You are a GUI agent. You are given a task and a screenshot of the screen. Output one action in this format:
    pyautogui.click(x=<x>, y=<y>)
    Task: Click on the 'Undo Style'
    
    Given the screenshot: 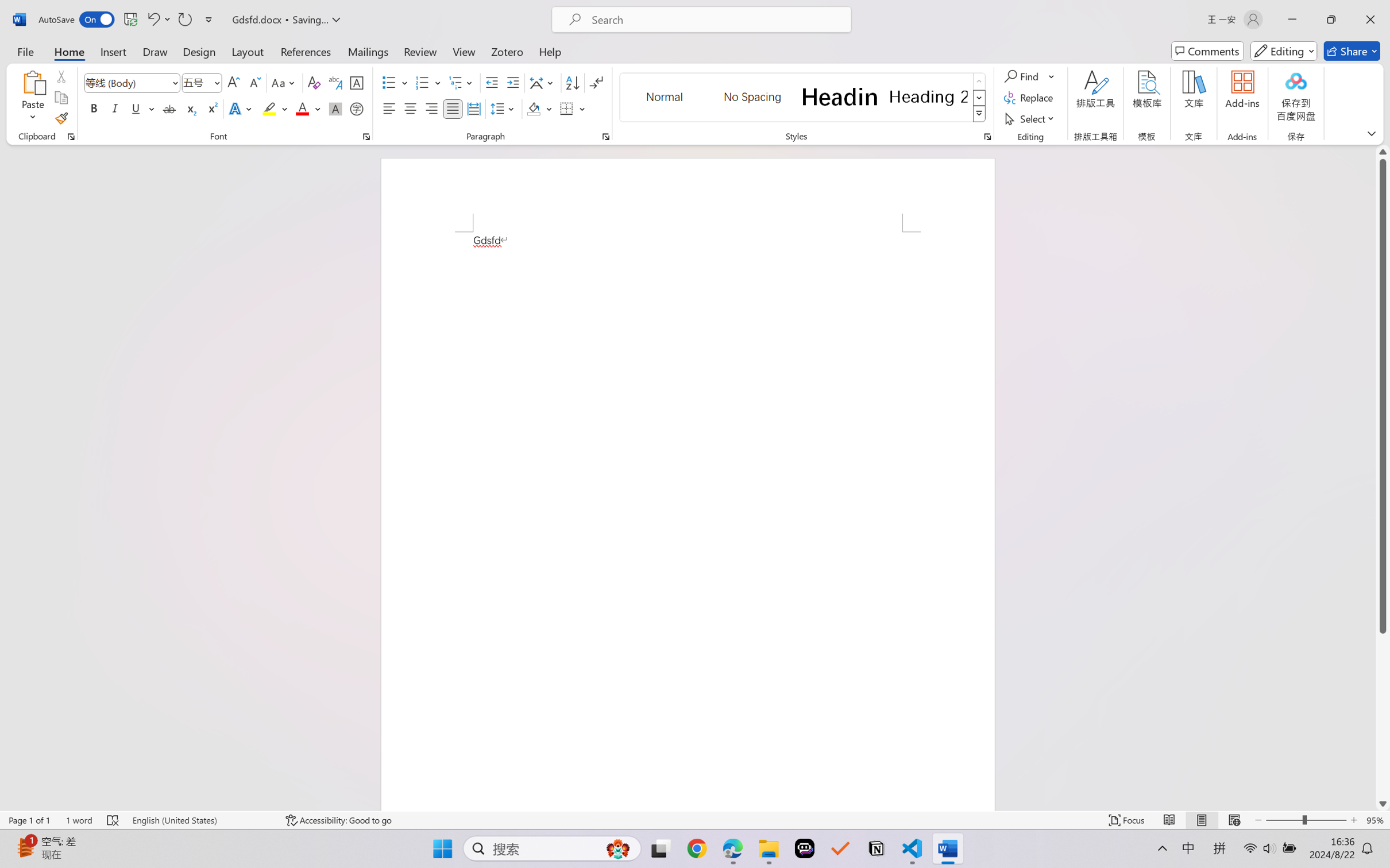 What is the action you would take?
    pyautogui.click(x=157, y=19)
    